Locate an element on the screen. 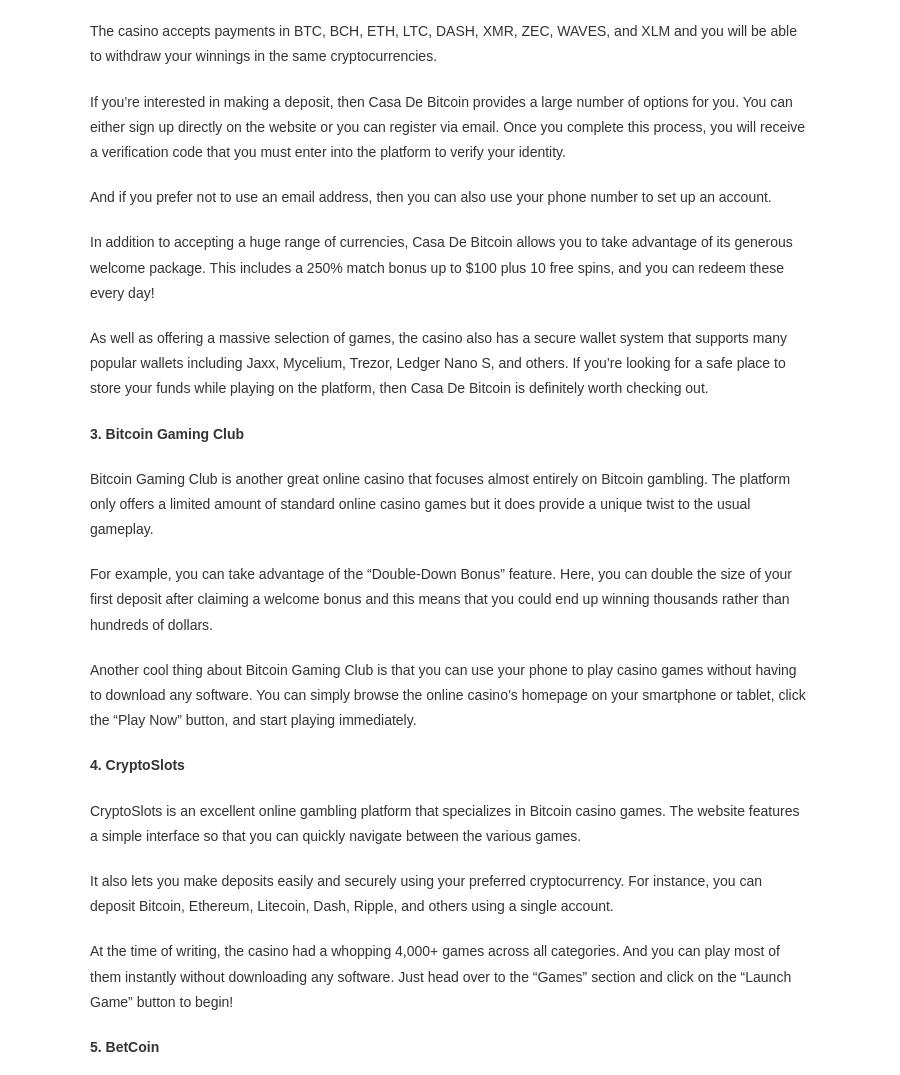  'If you’re interested in making a deposit, then Casa De Bitcoin provides a large number of options for you. You can either sign up directly on the website or you can register via email. Once you complete this process, you will receive a verification code that you must enter into the platform to verify your identity.' is located at coordinates (447, 125).